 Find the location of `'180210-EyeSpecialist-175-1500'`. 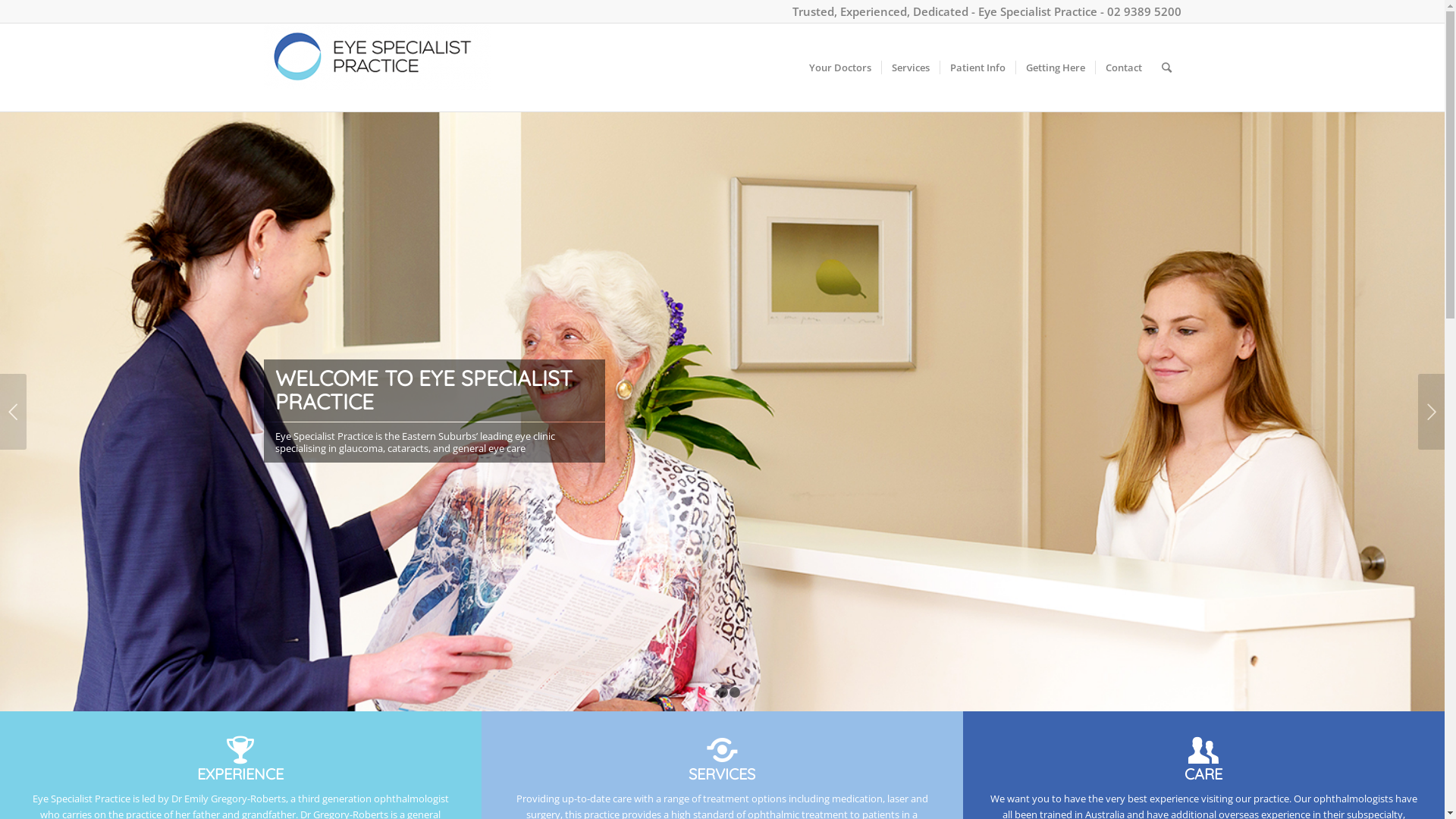

'180210-EyeSpecialist-175-1500' is located at coordinates (721, 411).